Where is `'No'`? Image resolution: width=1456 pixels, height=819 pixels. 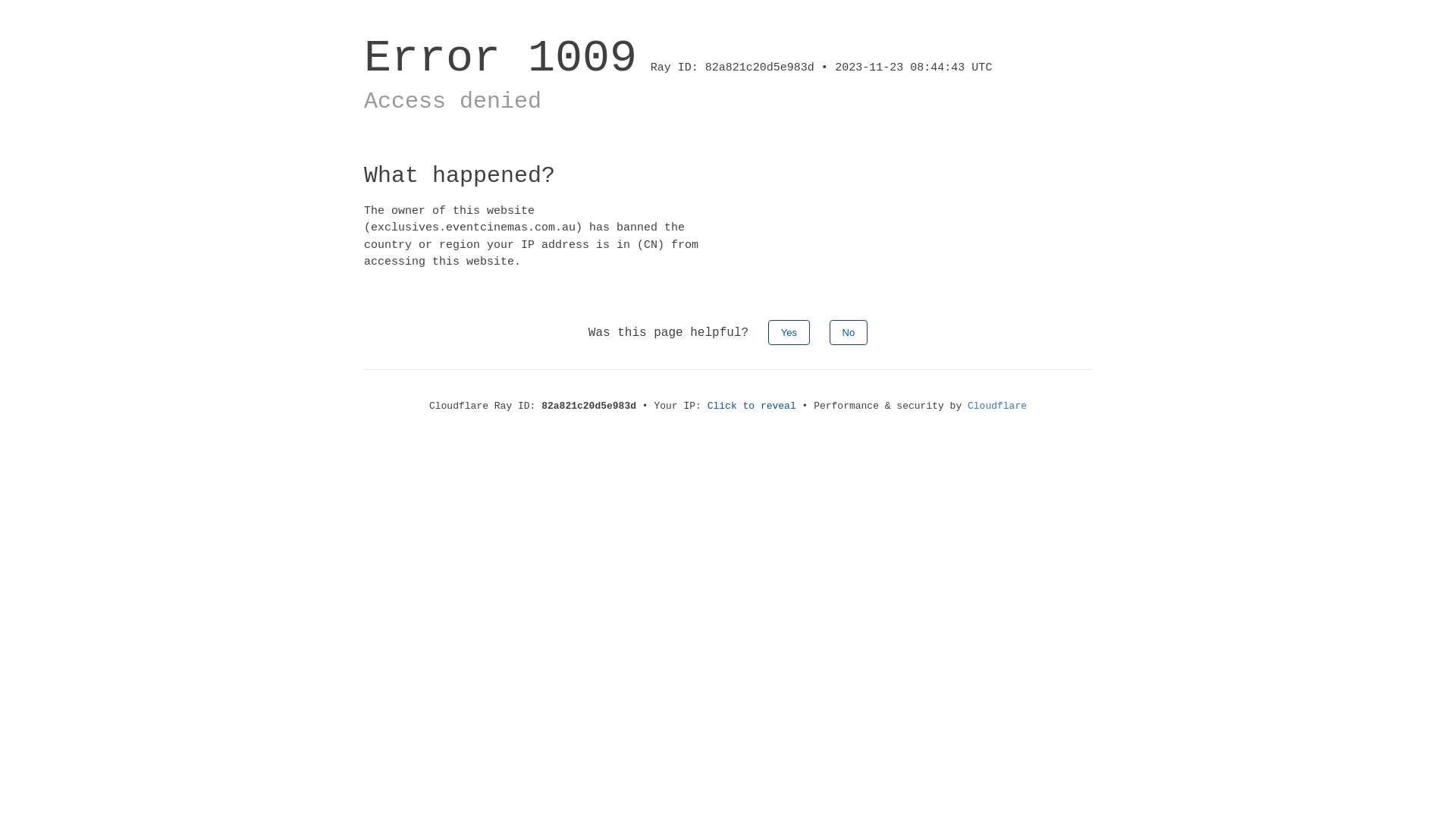
'No' is located at coordinates (848, 331).